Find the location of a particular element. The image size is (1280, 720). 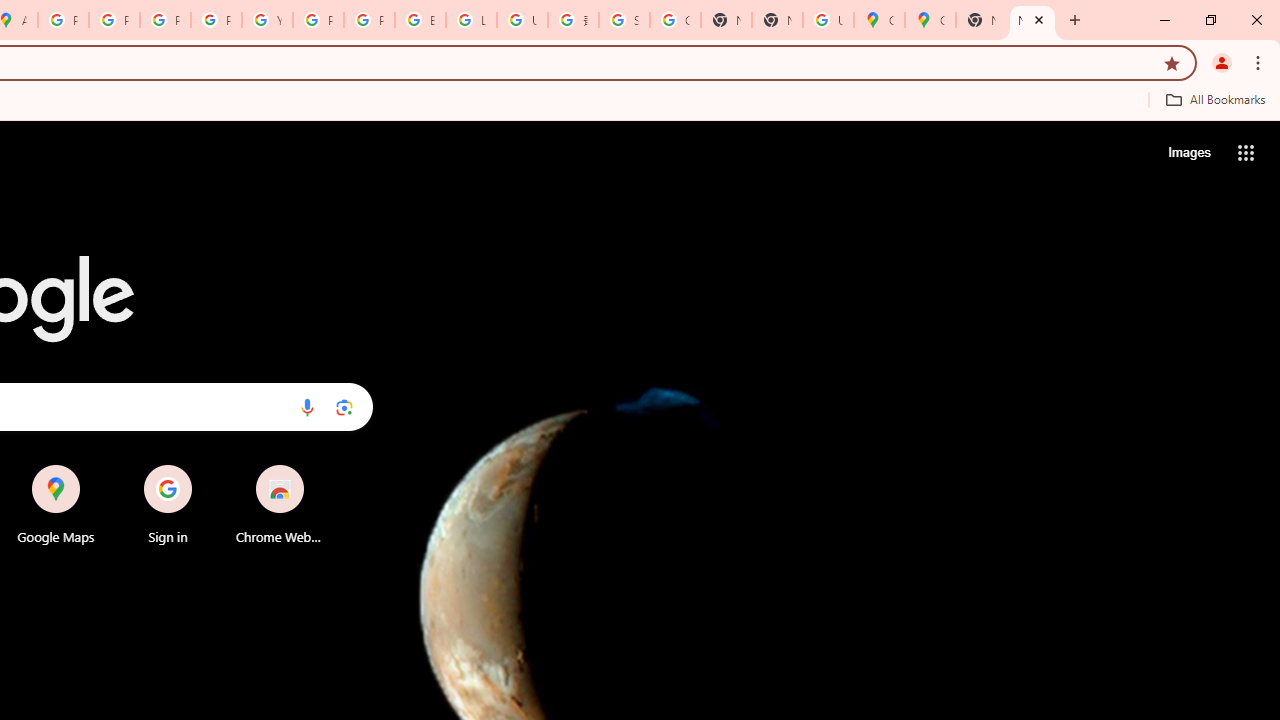

'Google apps' is located at coordinates (1245, 152).